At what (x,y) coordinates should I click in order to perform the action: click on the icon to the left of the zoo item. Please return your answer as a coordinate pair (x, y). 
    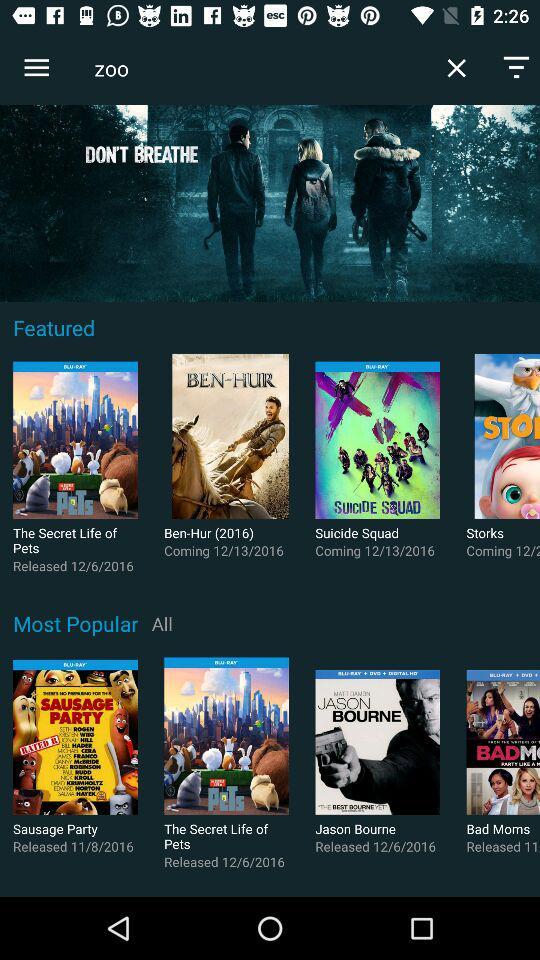
    Looking at the image, I should click on (36, 68).